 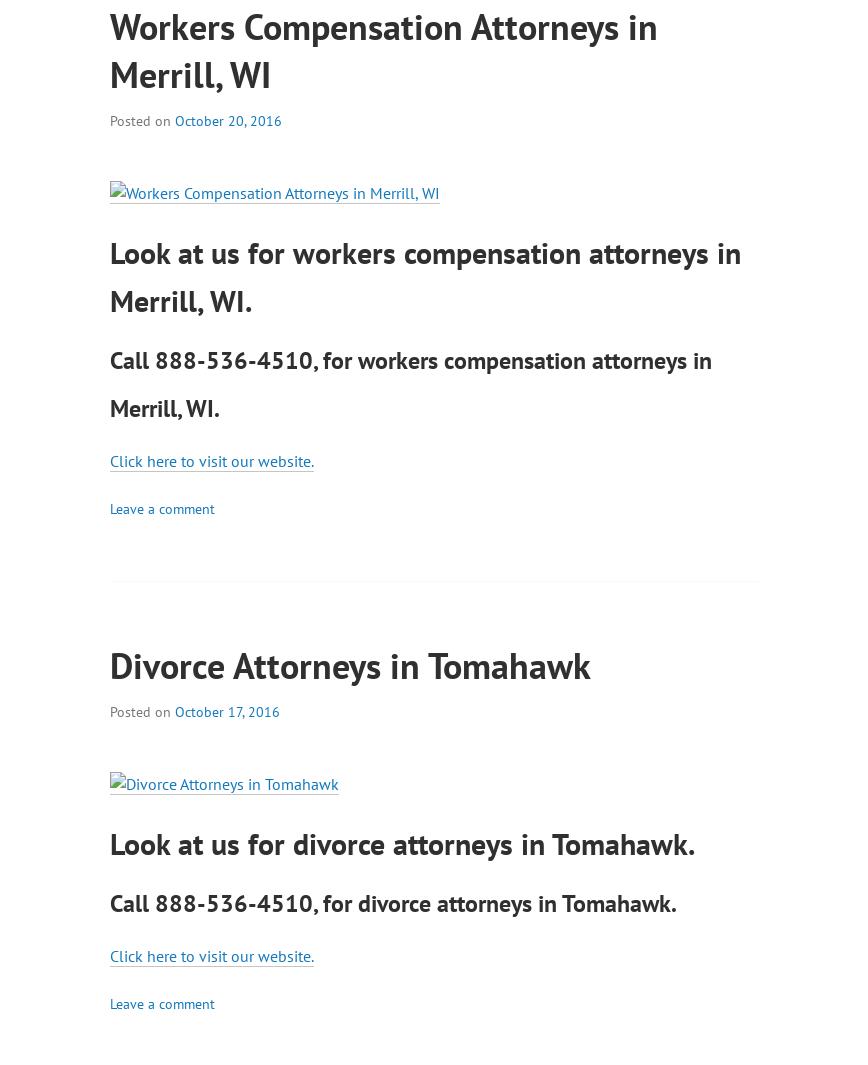 What do you see at coordinates (350, 664) in the screenshot?
I see `'Divorce Attorneys in Tomahawk'` at bounding box center [350, 664].